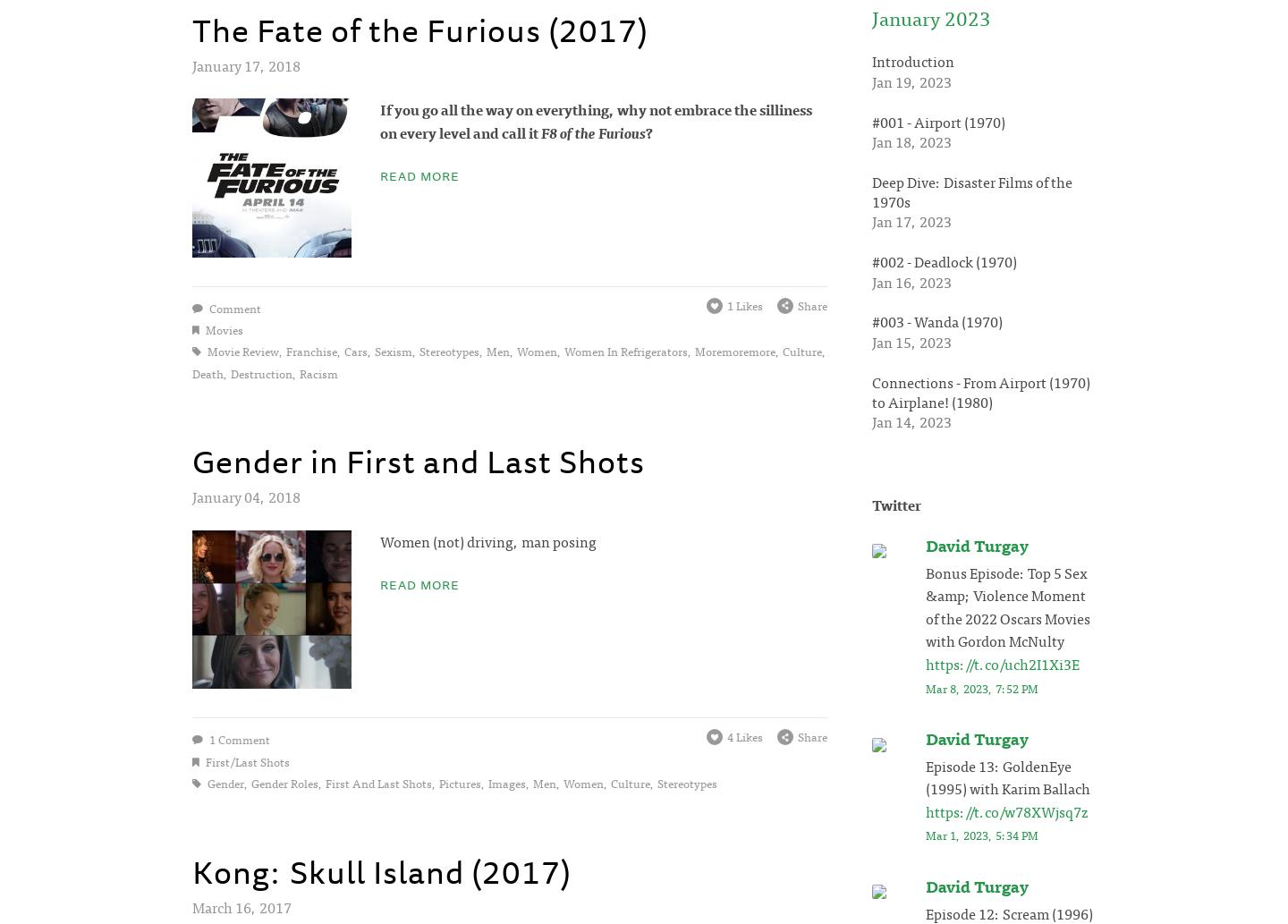  What do you see at coordinates (981, 687) in the screenshot?
I see `'Mar 8, 2023, 7:52 PM'` at bounding box center [981, 687].